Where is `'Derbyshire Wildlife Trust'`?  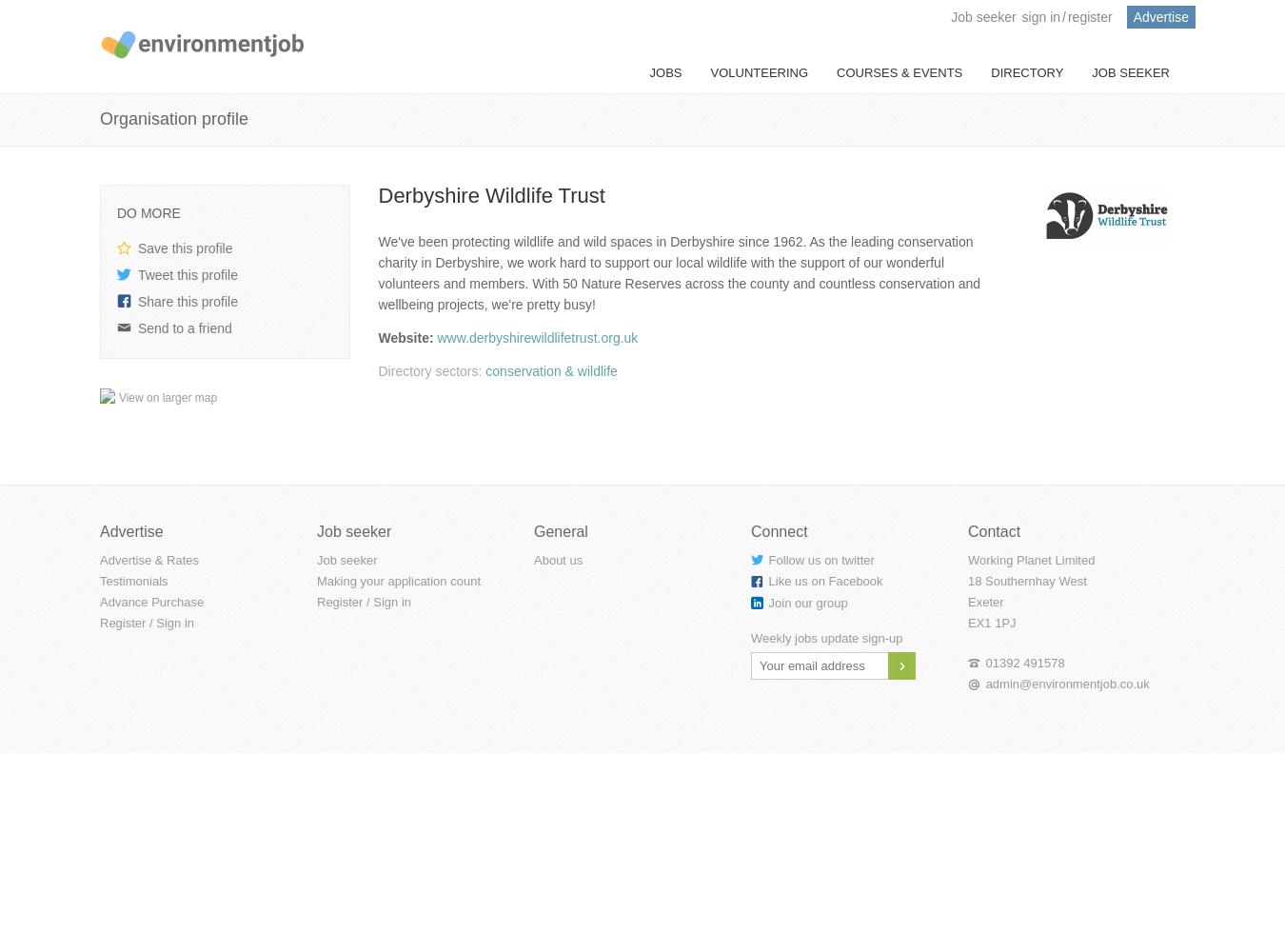
'Derbyshire Wildlife Trust' is located at coordinates (489, 193).